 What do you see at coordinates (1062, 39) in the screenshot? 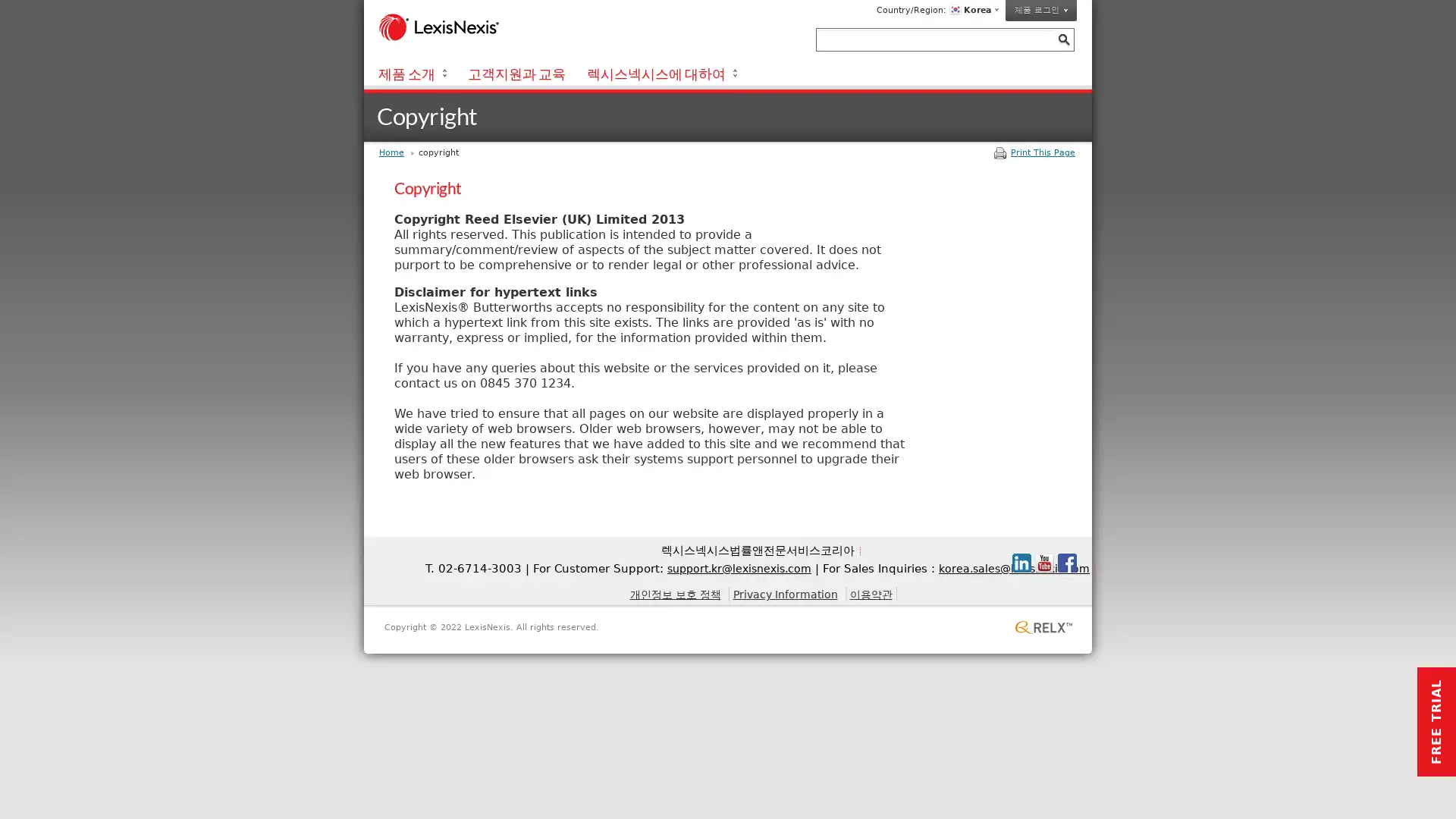
I see `Search` at bounding box center [1062, 39].